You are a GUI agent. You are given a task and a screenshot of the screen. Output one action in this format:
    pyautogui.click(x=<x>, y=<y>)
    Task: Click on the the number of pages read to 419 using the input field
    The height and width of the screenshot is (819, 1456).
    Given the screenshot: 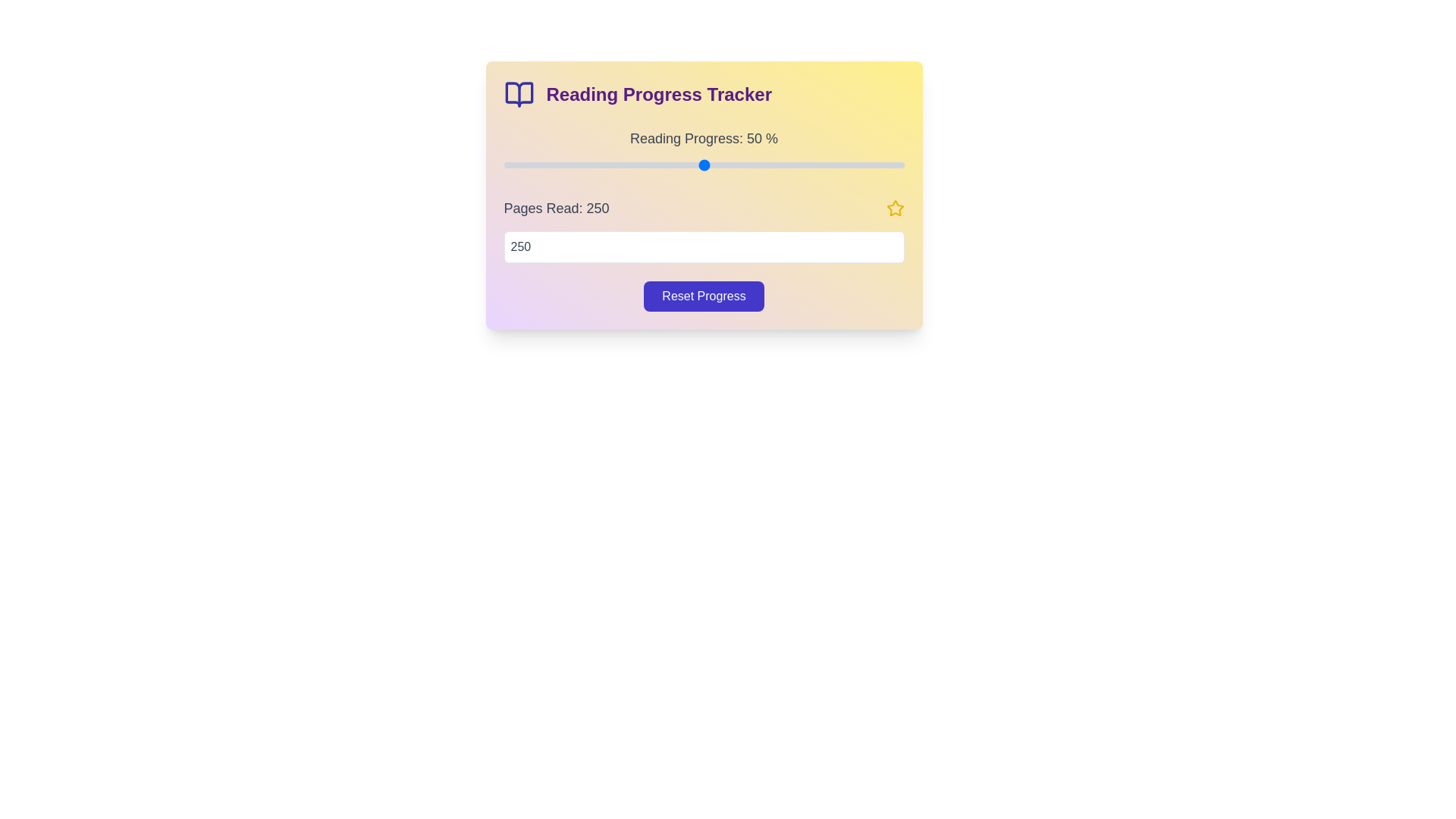 What is the action you would take?
    pyautogui.click(x=703, y=246)
    